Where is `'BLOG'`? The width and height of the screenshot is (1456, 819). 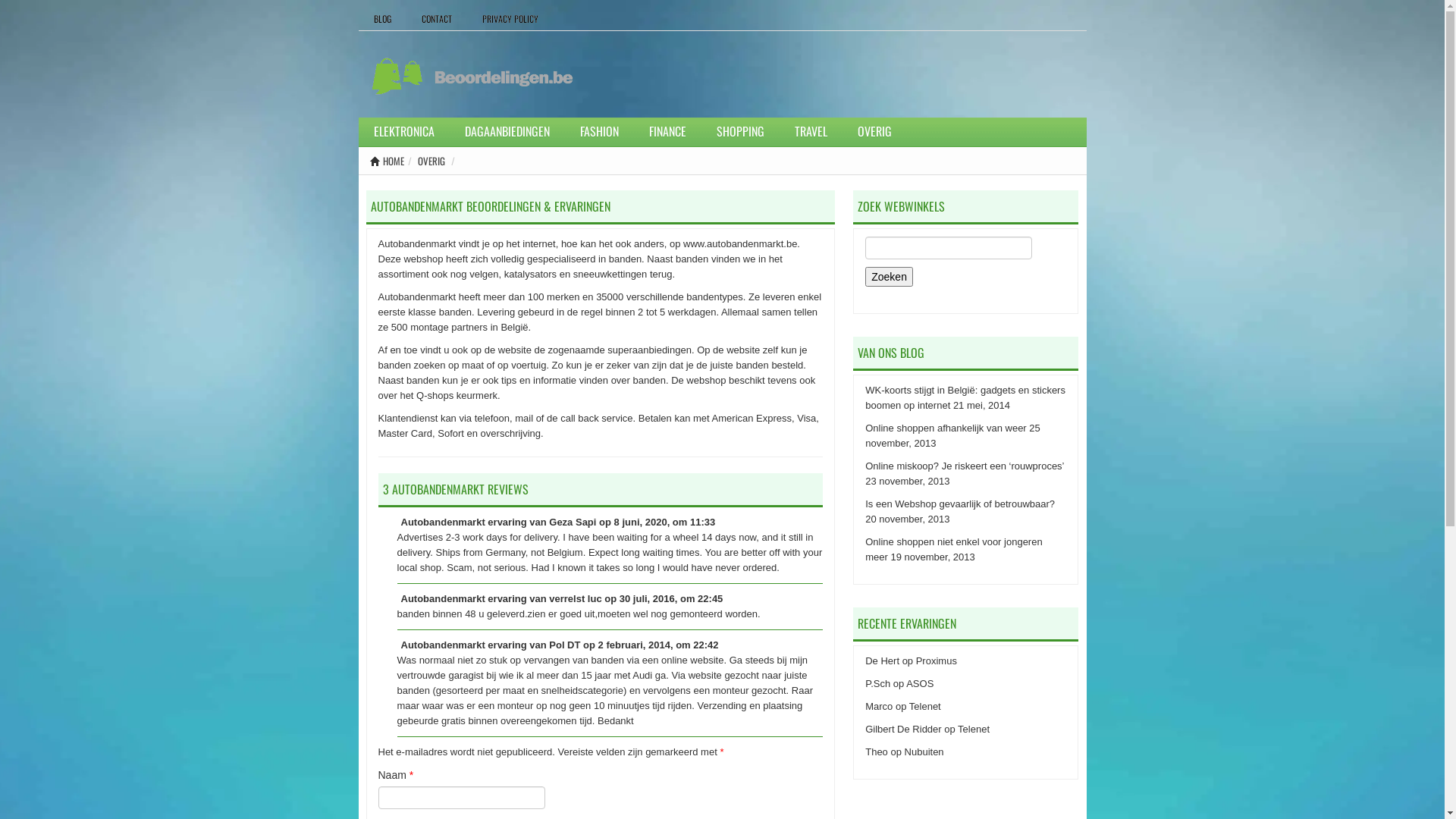 'BLOG' is located at coordinates (381, 18).